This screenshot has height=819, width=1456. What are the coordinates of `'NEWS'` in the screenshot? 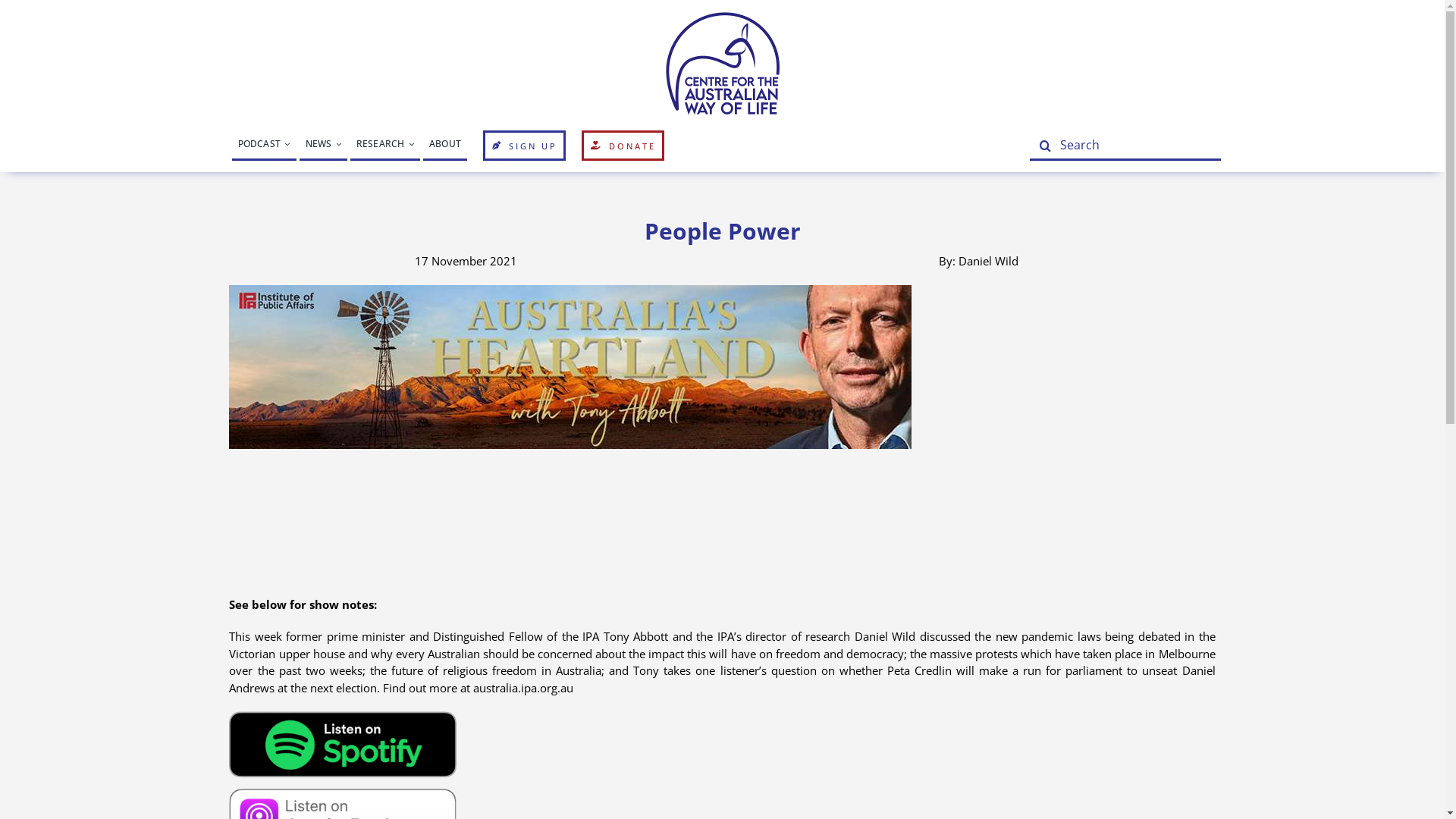 It's located at (322, 146).